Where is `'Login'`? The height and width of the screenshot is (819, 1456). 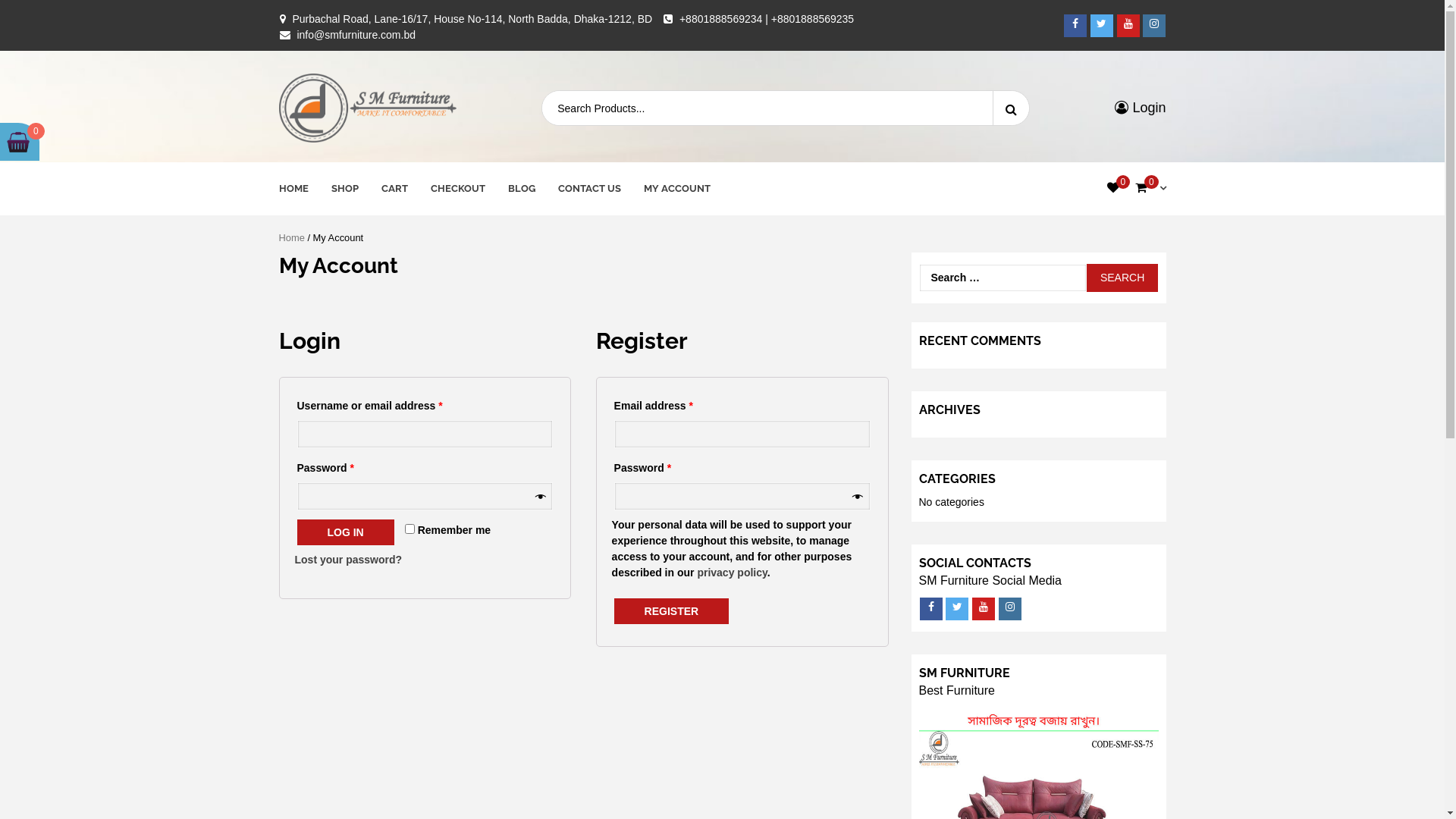 'Login' is located at coordinates (1140, 107).